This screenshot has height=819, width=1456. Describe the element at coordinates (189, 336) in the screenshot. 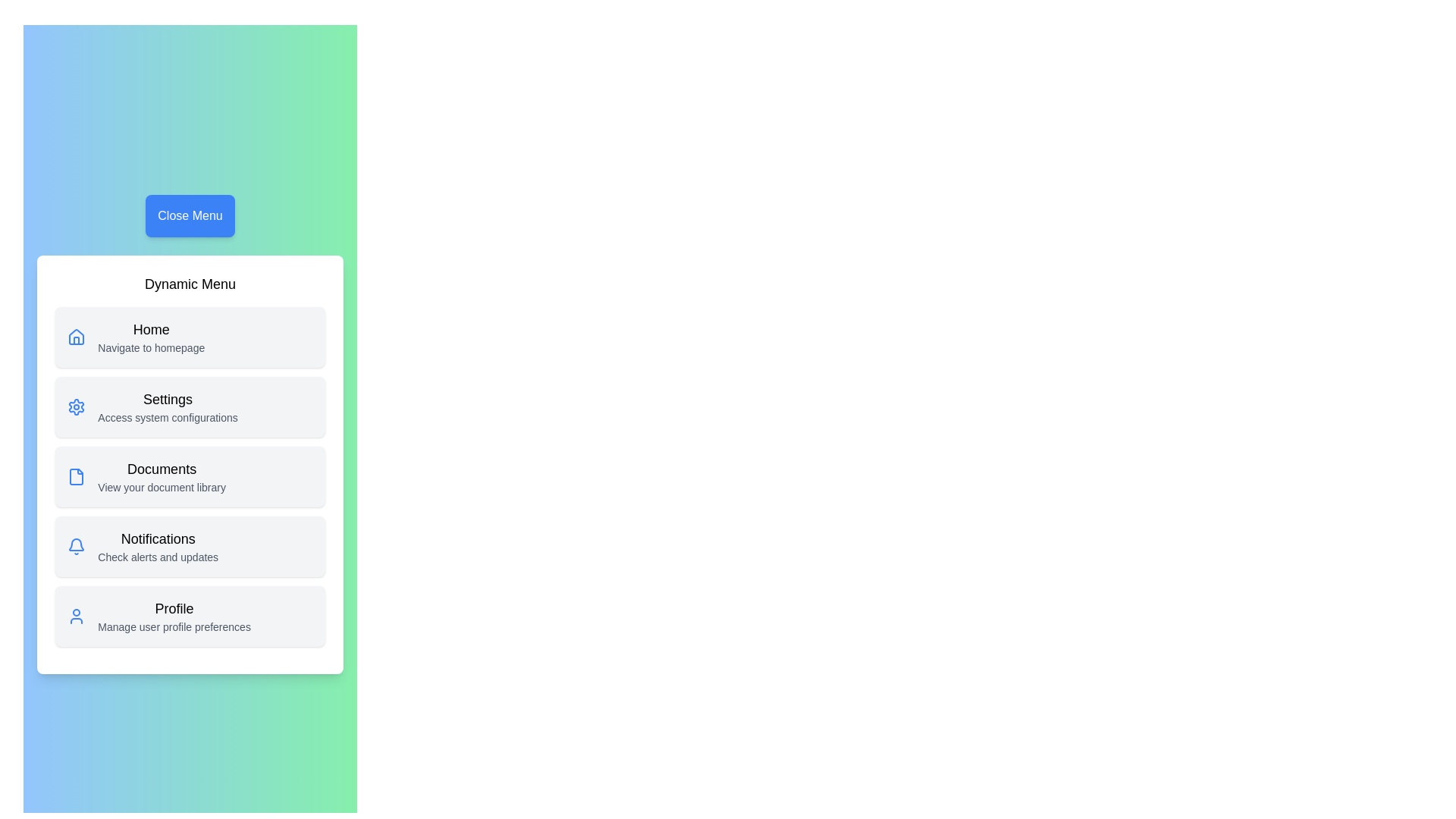

I see `the menu item corresponding to Home` at that location.